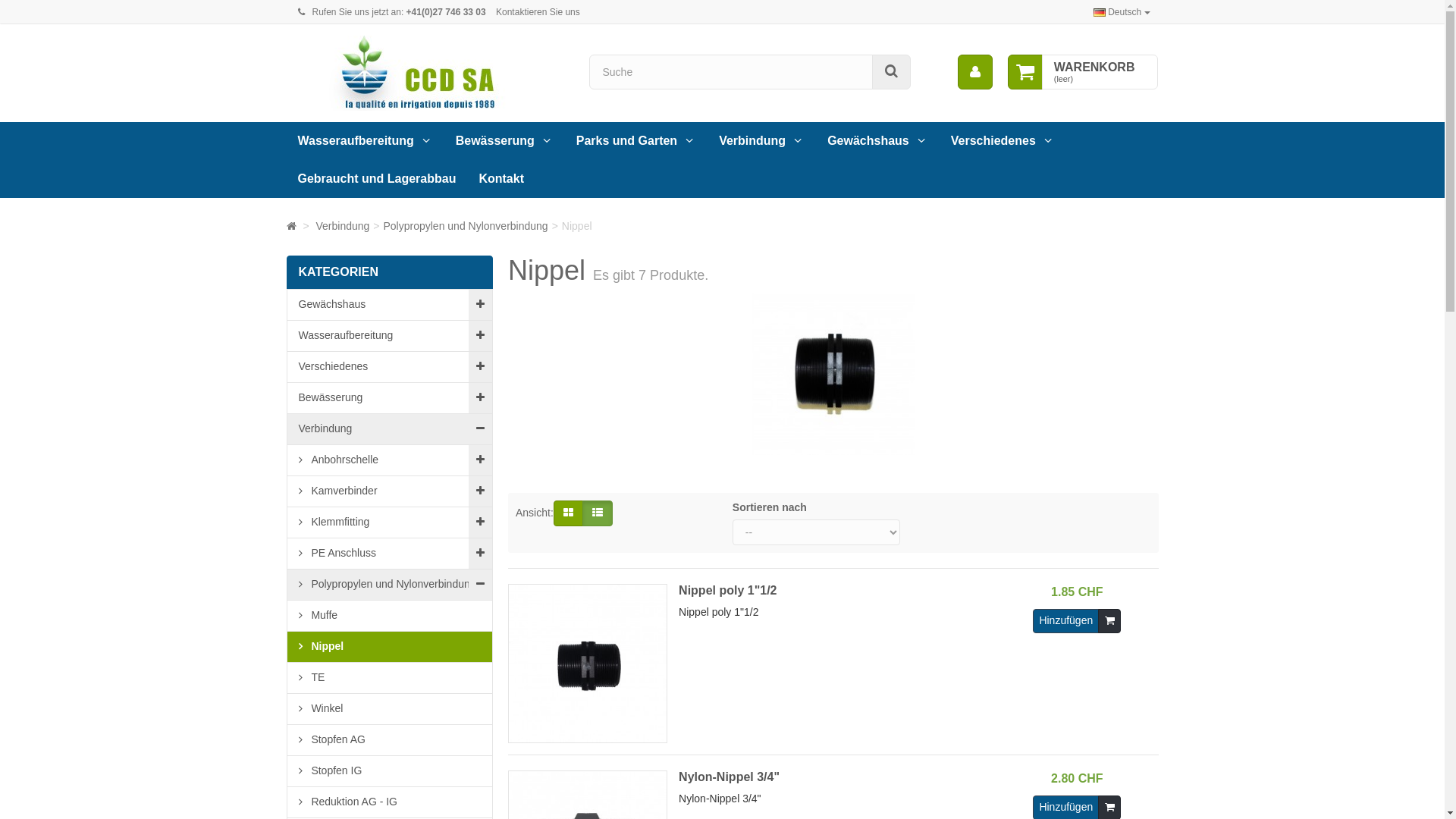 The image size is (1456, 819). Describe the element at coordinates (389, 521) in the screenshot. I see `'Klemmfitting'` at that location.